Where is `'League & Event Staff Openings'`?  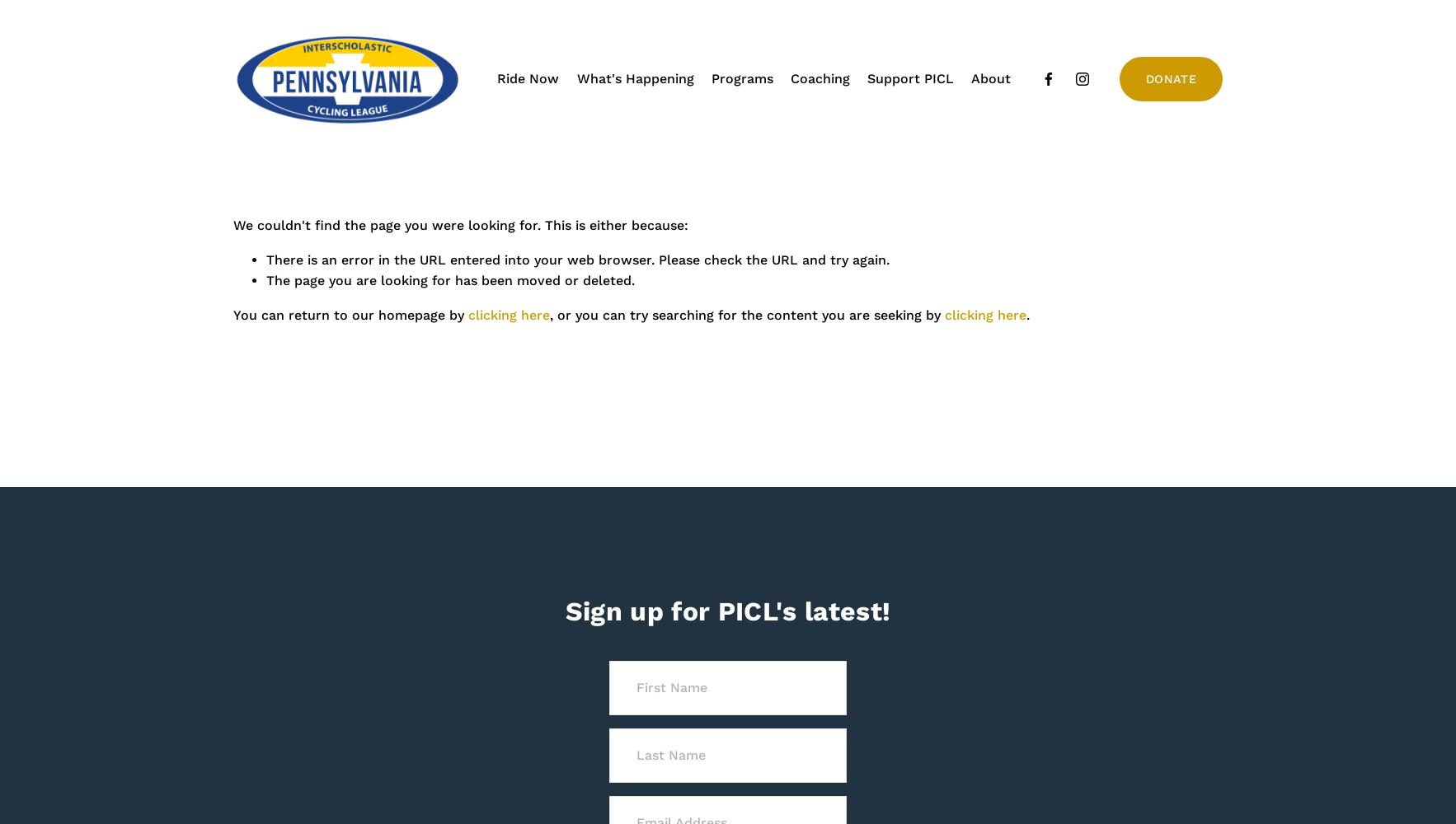
'League & Event Staff Openings' is located at coordinates (910, 146).